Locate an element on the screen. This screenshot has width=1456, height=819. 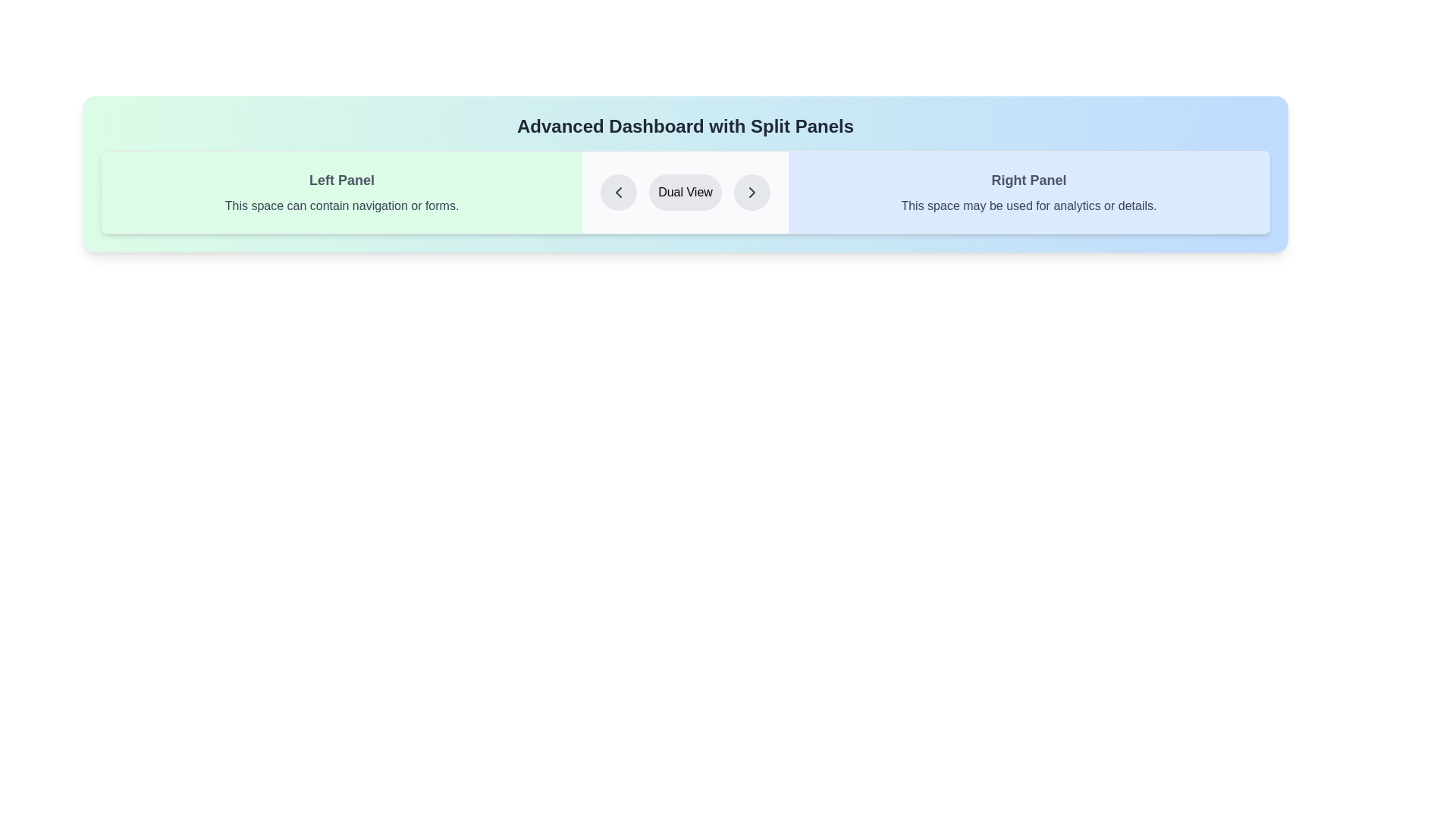
the rightmost icon button in the control panel that serves as a navigation control to move to the next view or panel is located at coordinates (752, 192).